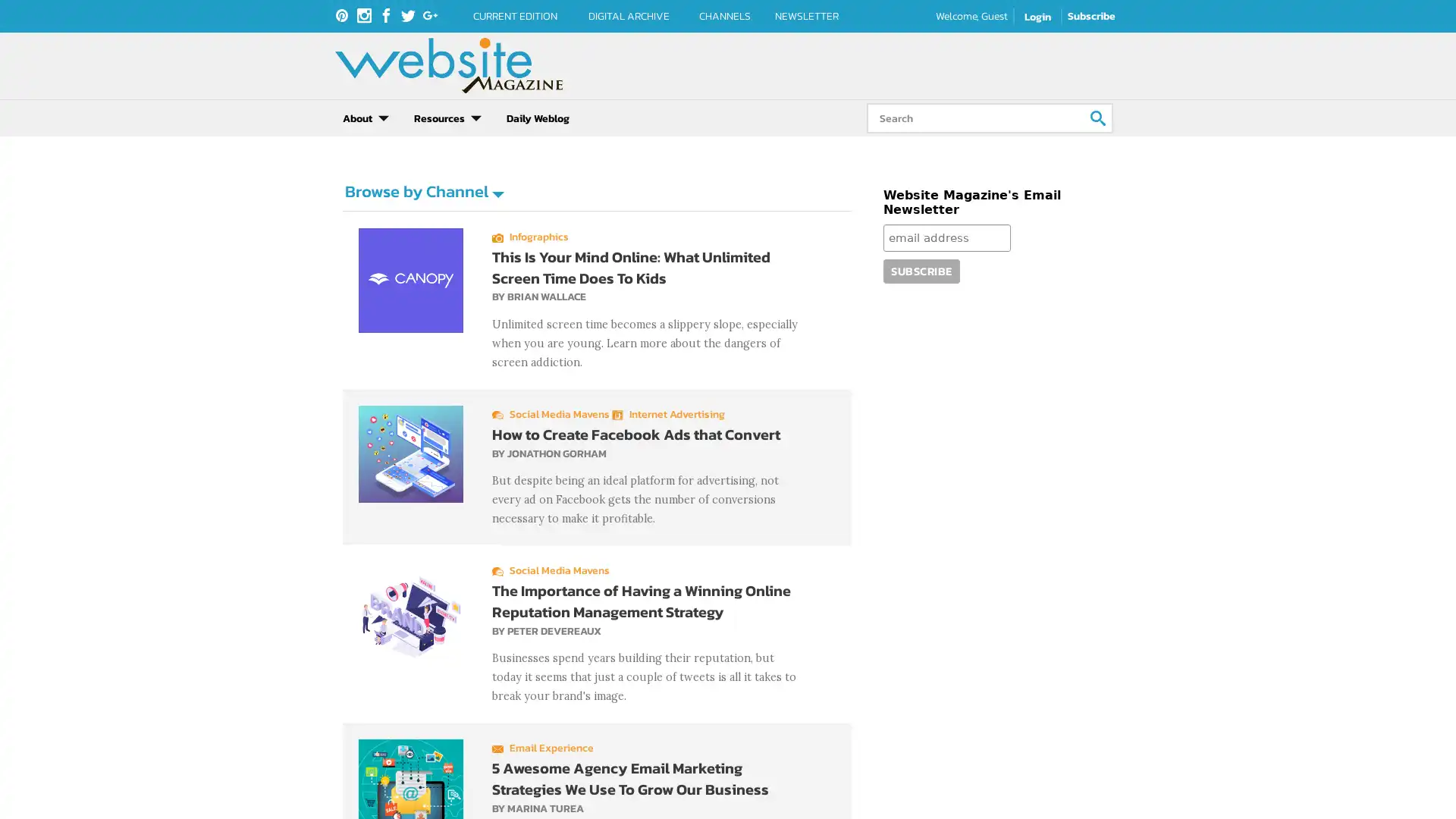 This screenshot has width=1456, height=819. Describe the element at coordinates (1098, 117) in the screenshot. I see `button` at that location.